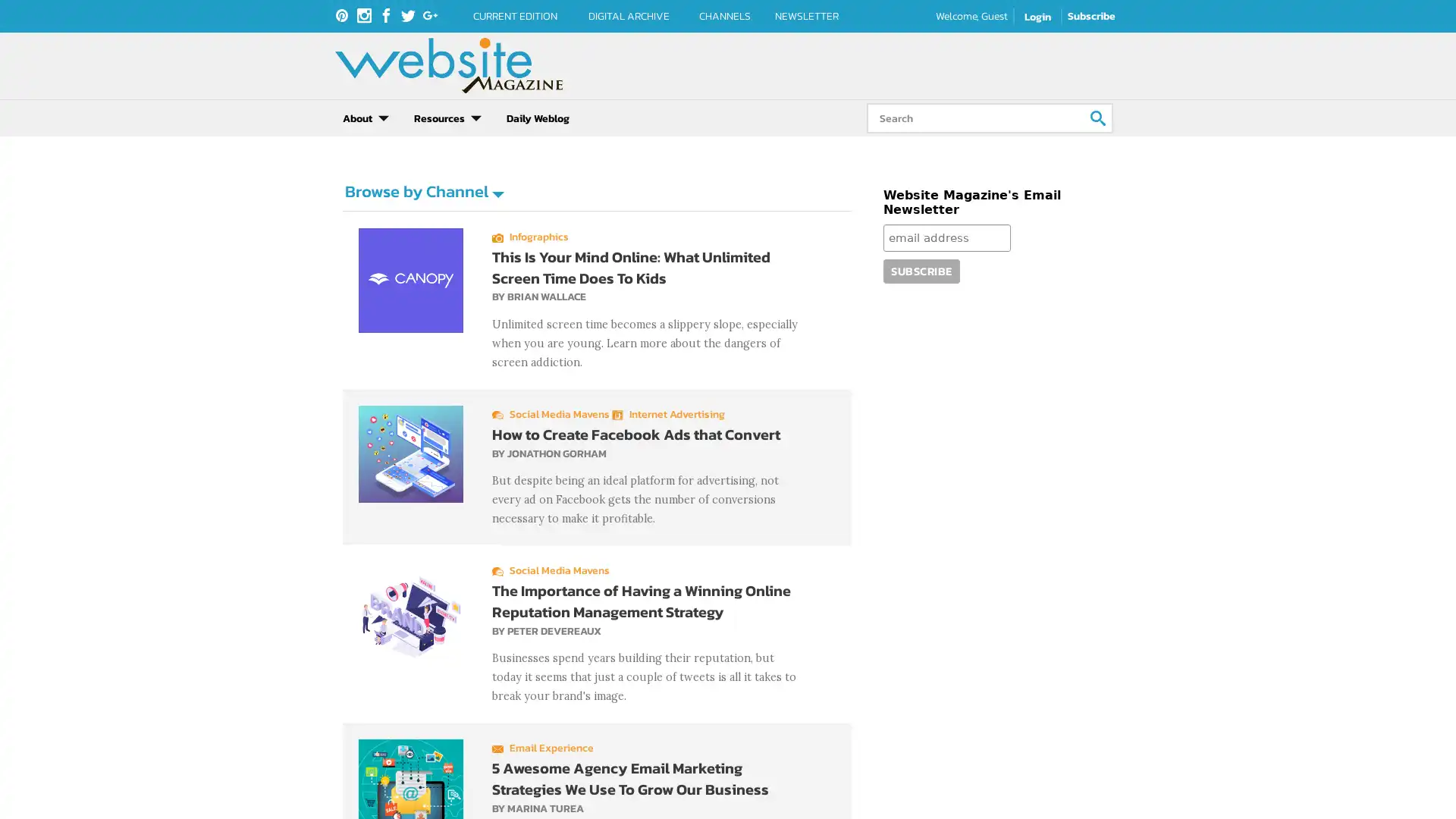 This screenshot has width=1456, height=819. Describe the element at coordinates (1098, 117) in the screenshot. I see `button` at that location.